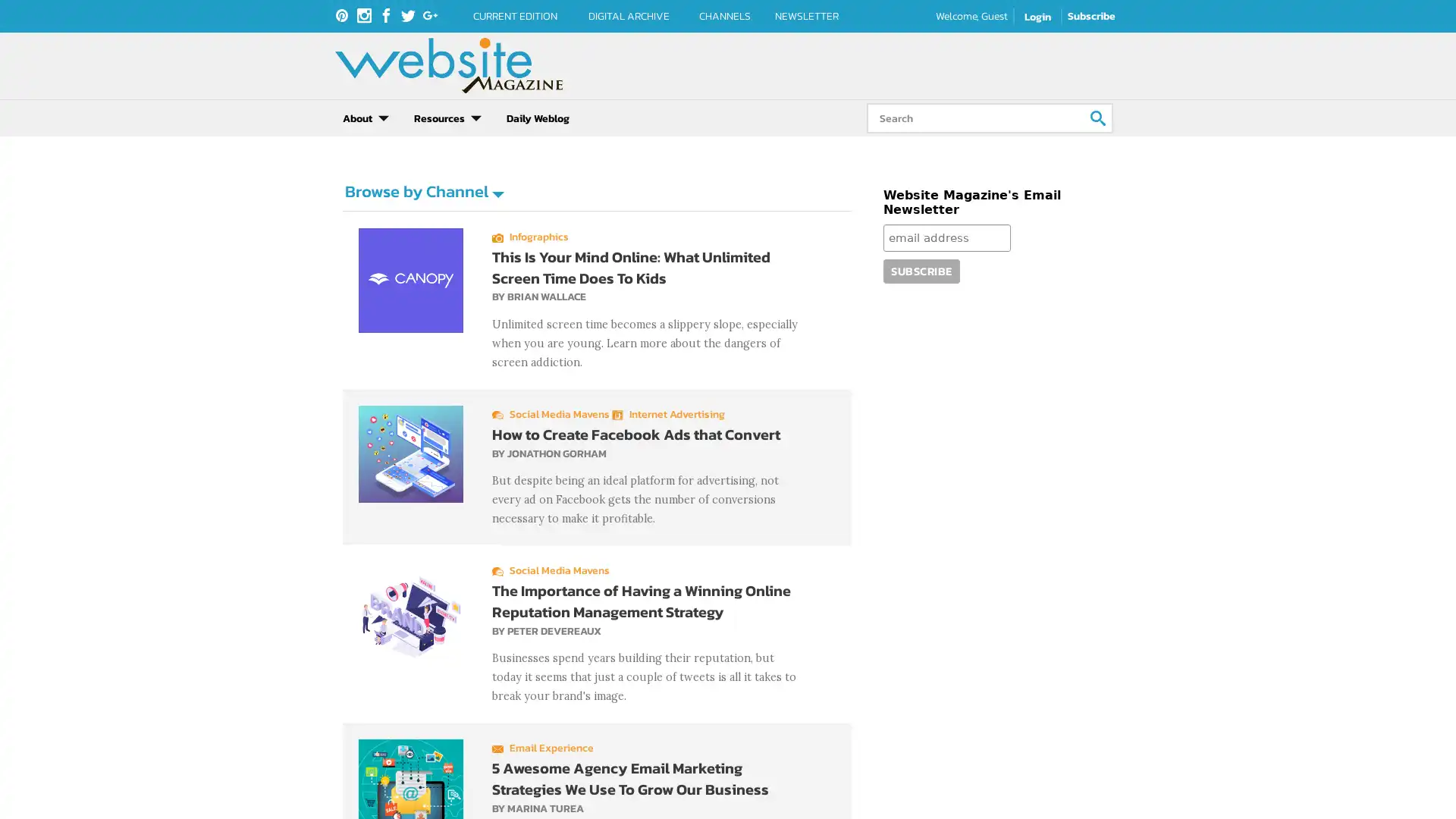 This screenshot has width=1456, height=819. Describe the element at coordinates (1098, 117) in the screenshot. I see `button` at that location.